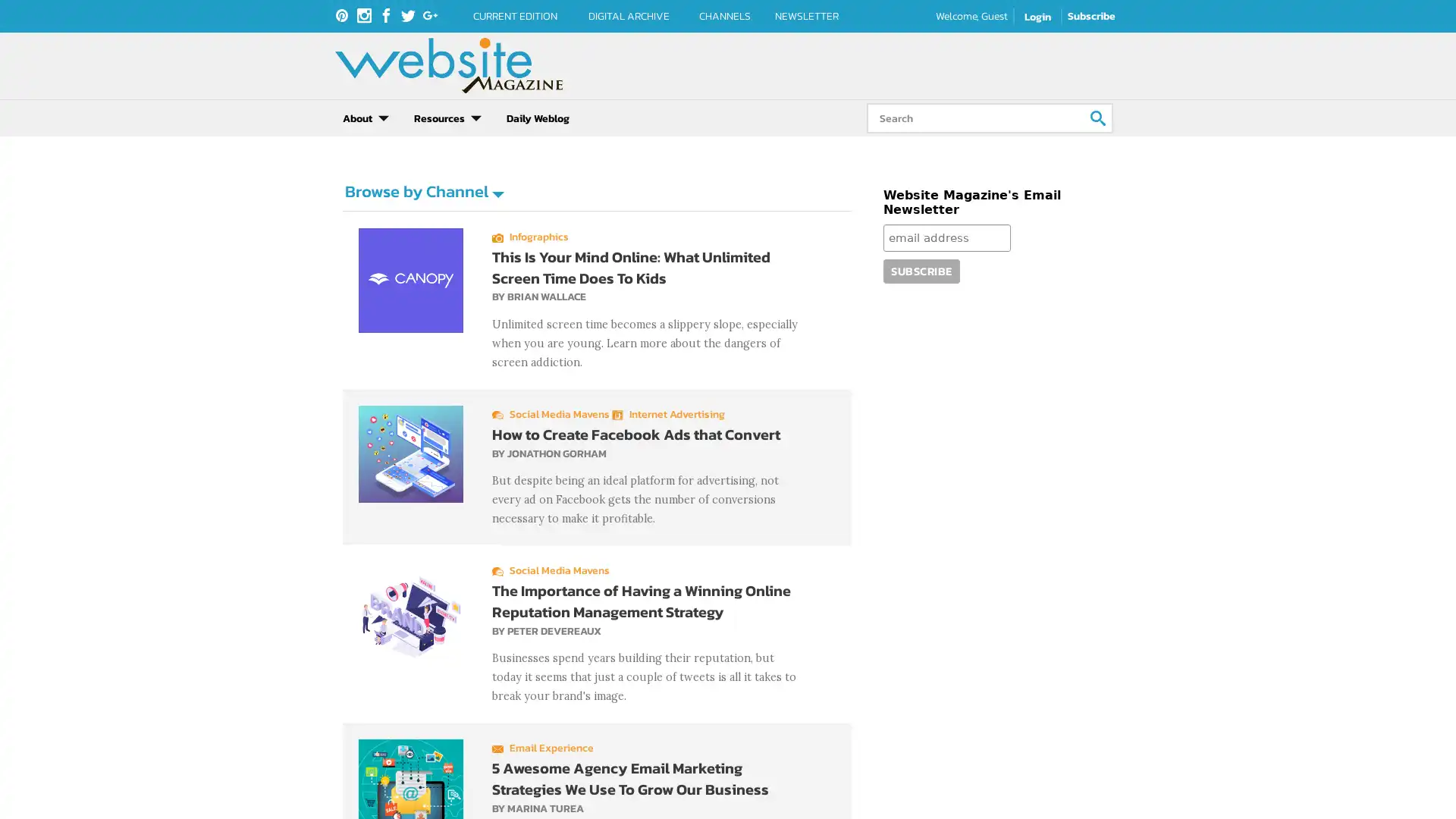 This screenshot has width=1456, height=819. Describe the element at coordinates (1098, 117) in the screenshot. I see `button` at that location.